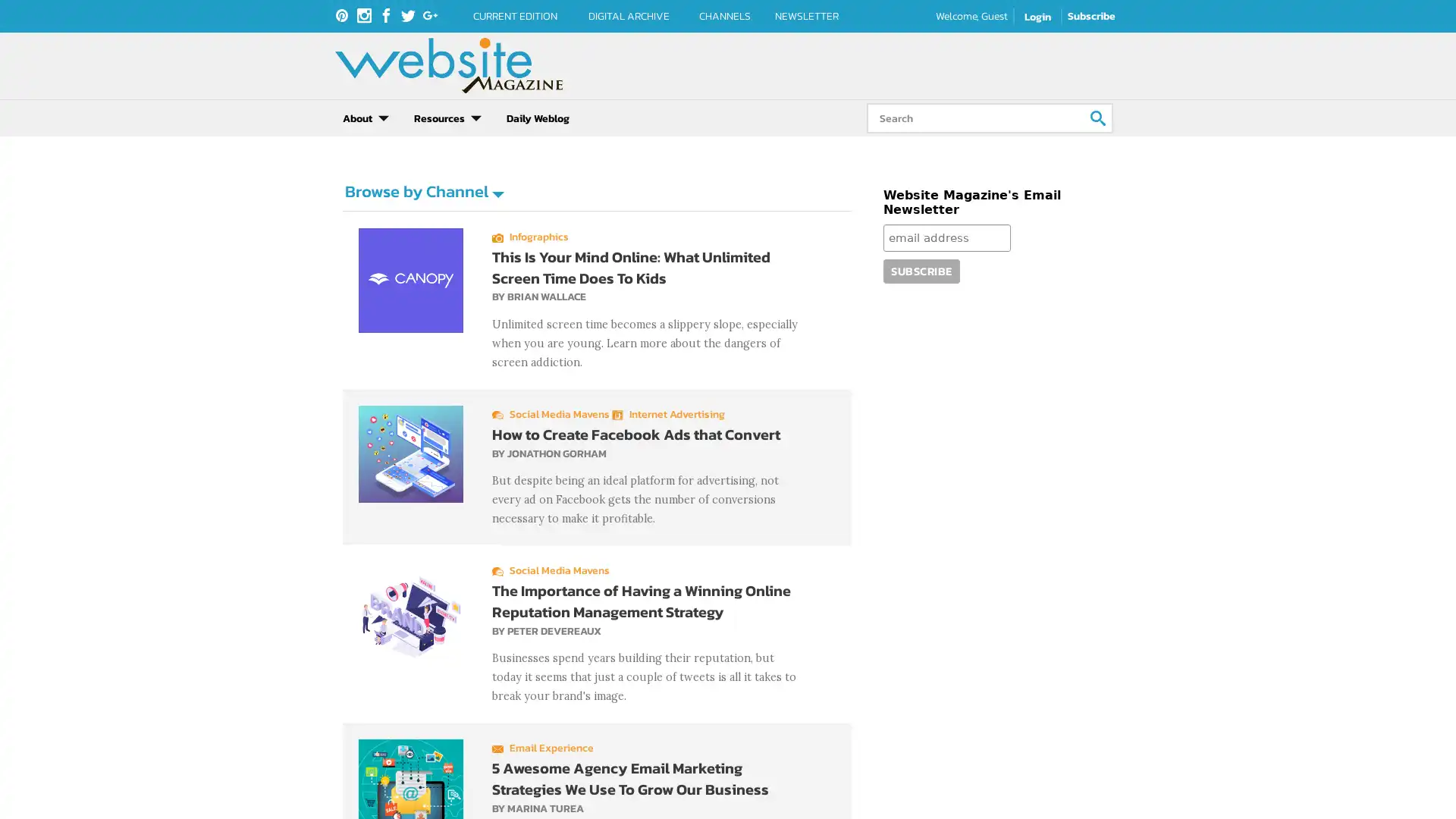 This screenshot has width=1456, height=819. Describe the element at coordinates (1098, 117) in the screenshot. I see `button` at that location.